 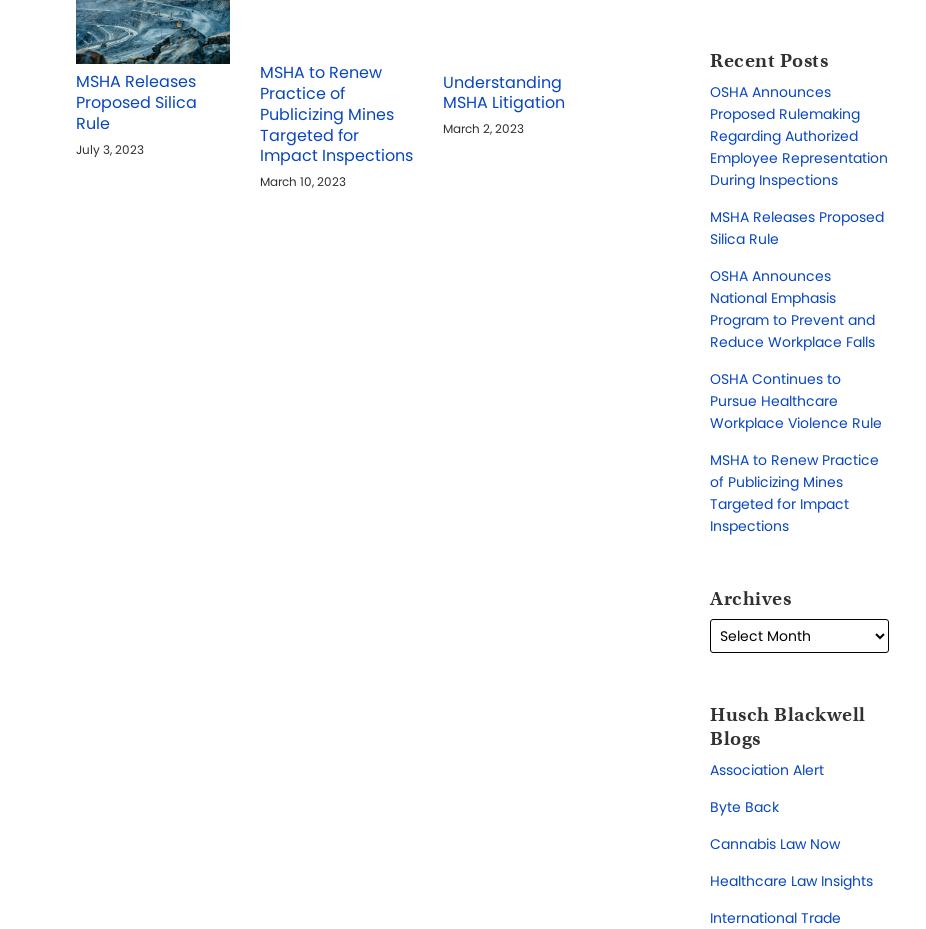 What do you see at coordinates (767, 768) in the screenshot?
I see `'Association Alert'` at bounding box center [767, 768].